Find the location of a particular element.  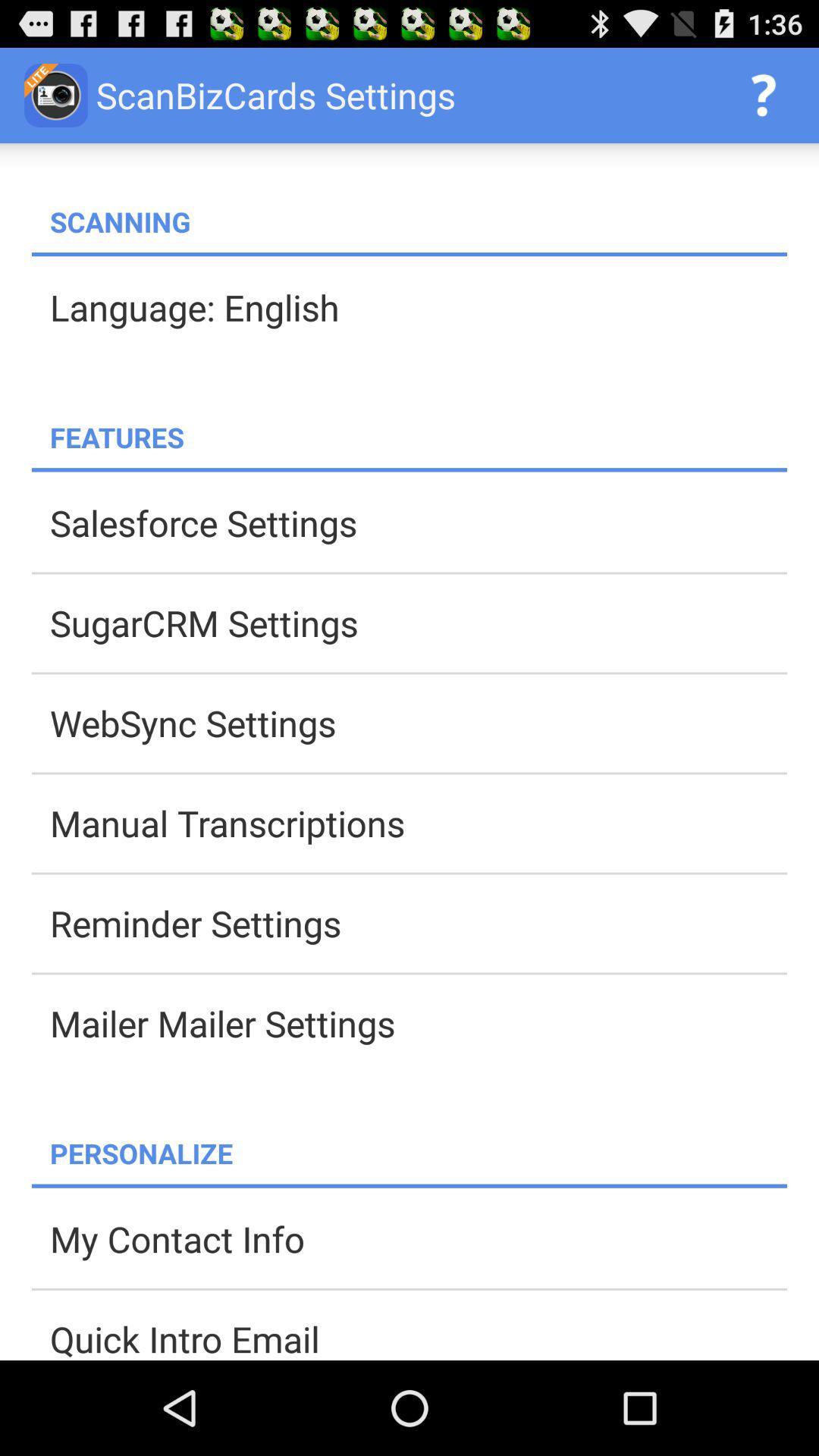

icon below scanning item is located at coordinates (409, 254).